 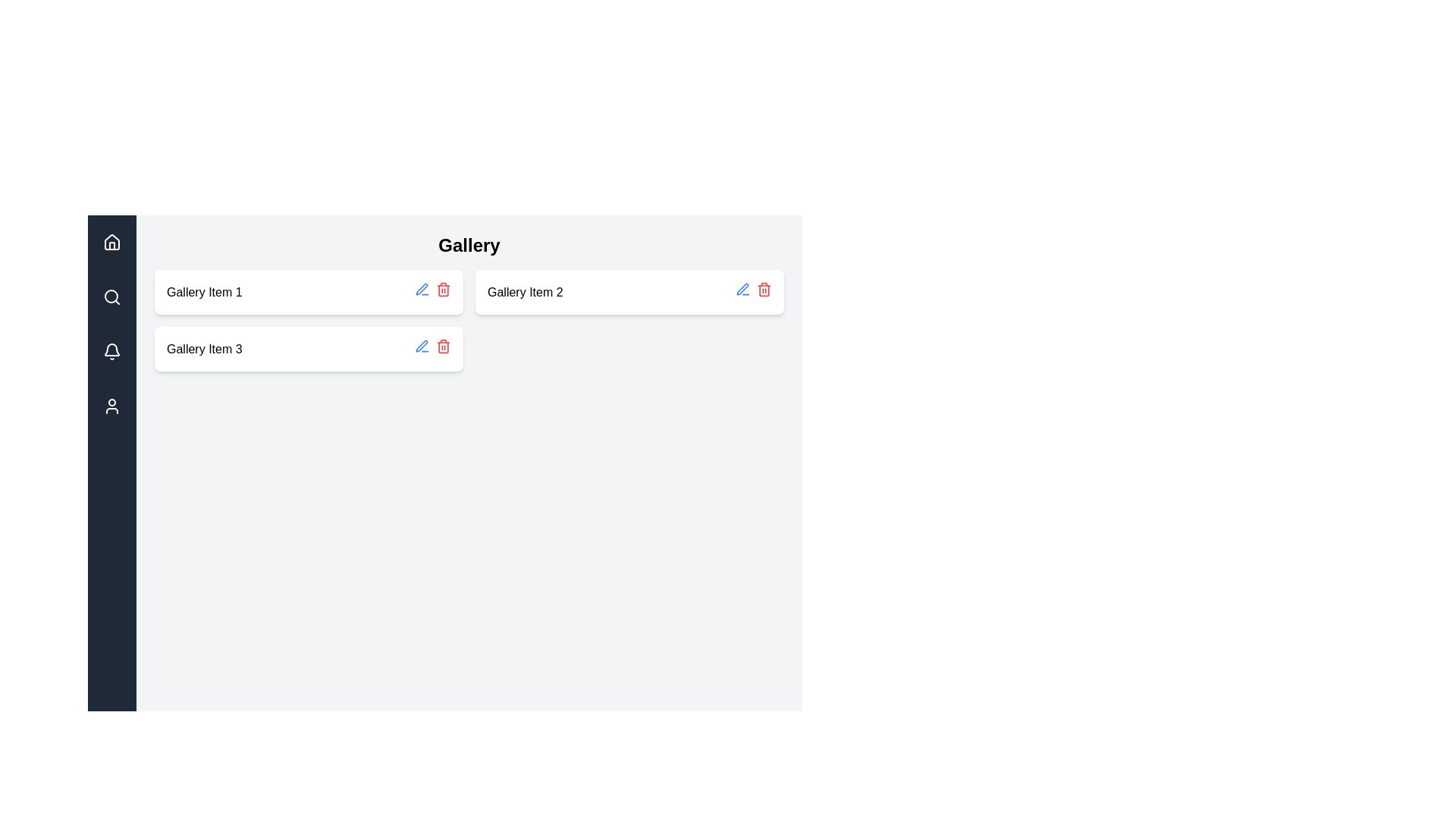 I want to click on the search button located in the sidebar, which is positioned below the home icon and above the bell icon, to initiate the search function, so click(x=111, y=297).